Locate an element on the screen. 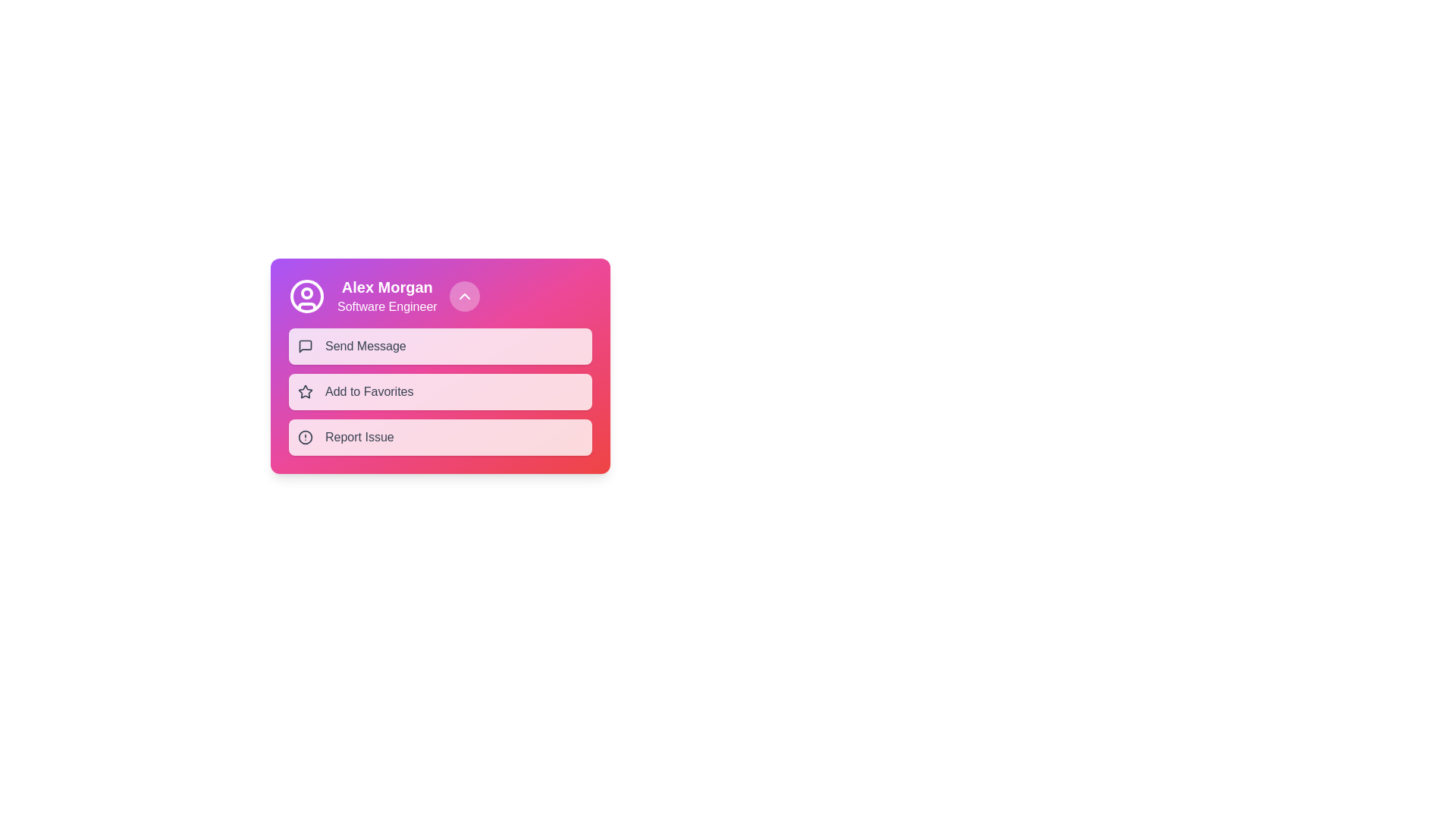 The image size is (1456, 819). the user profile name label located at the top-left section of the card component, which is positioned above the text 'Software Engineer' and adjacent to an icon is located at coordinates (387, 287).